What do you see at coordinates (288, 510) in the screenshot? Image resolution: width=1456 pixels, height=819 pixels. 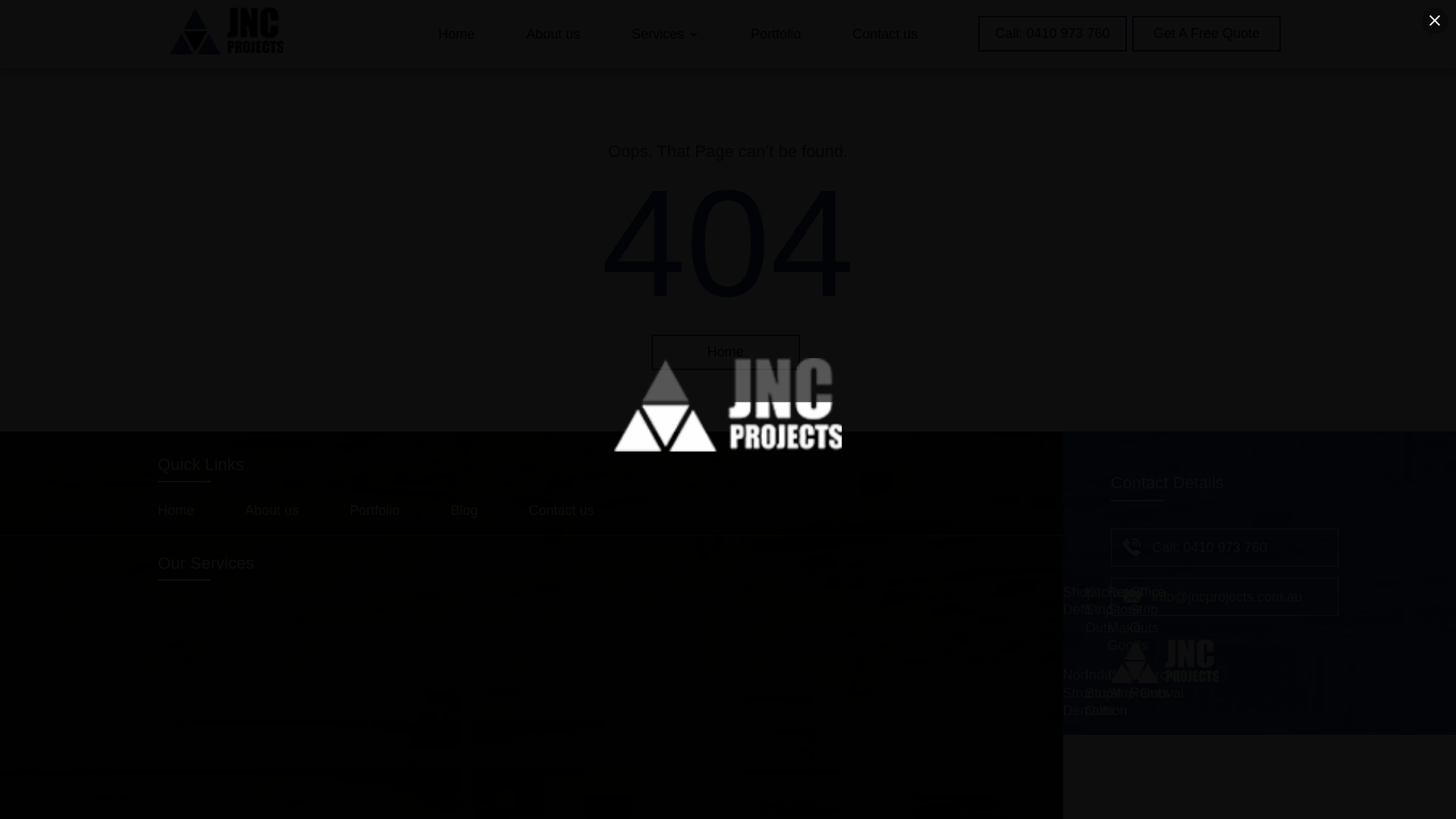 I see `'About us'` at bounding box center [288, 510].